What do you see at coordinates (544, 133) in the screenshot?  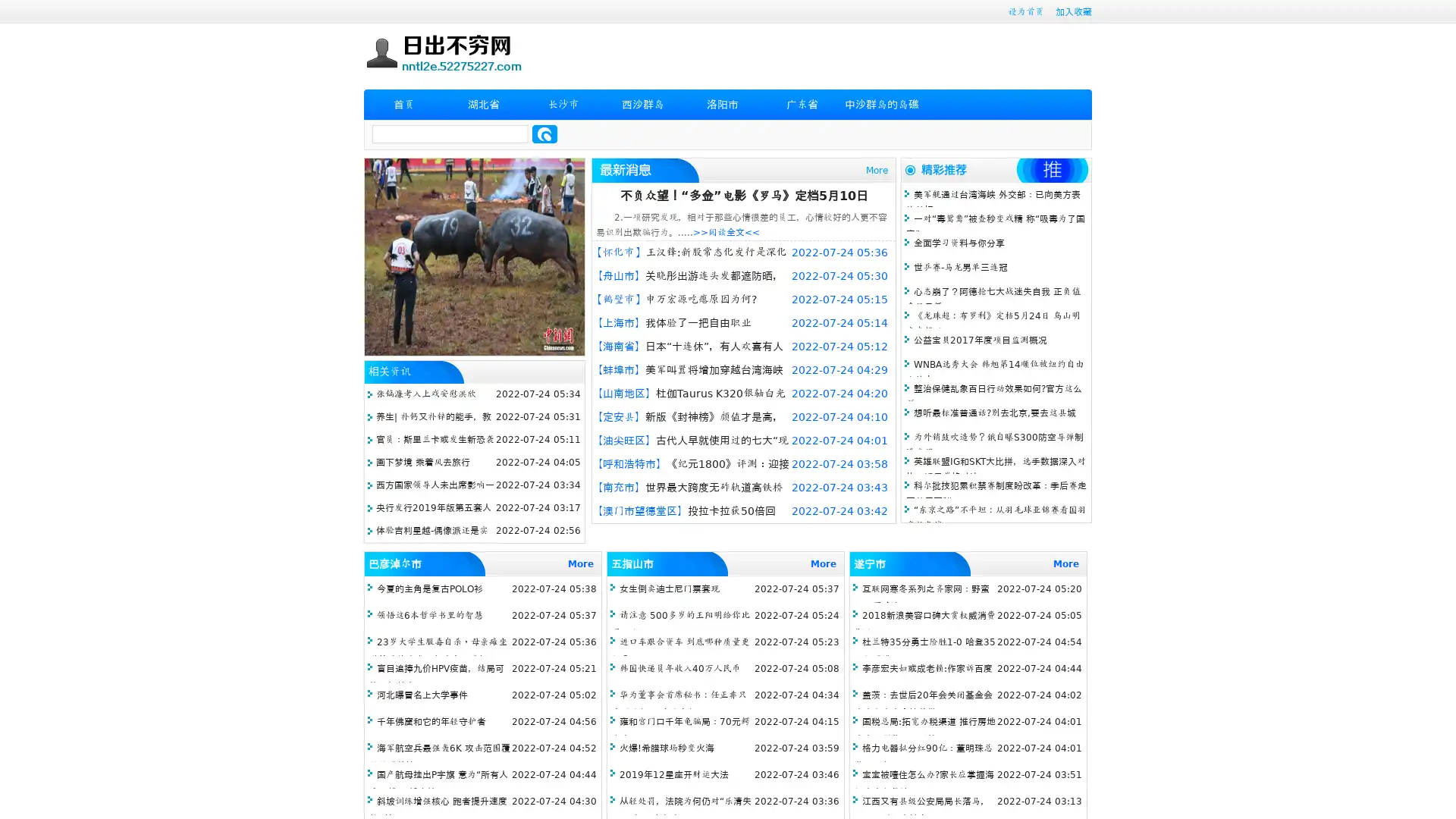 I see `Search` at bounding box center [544, 133].